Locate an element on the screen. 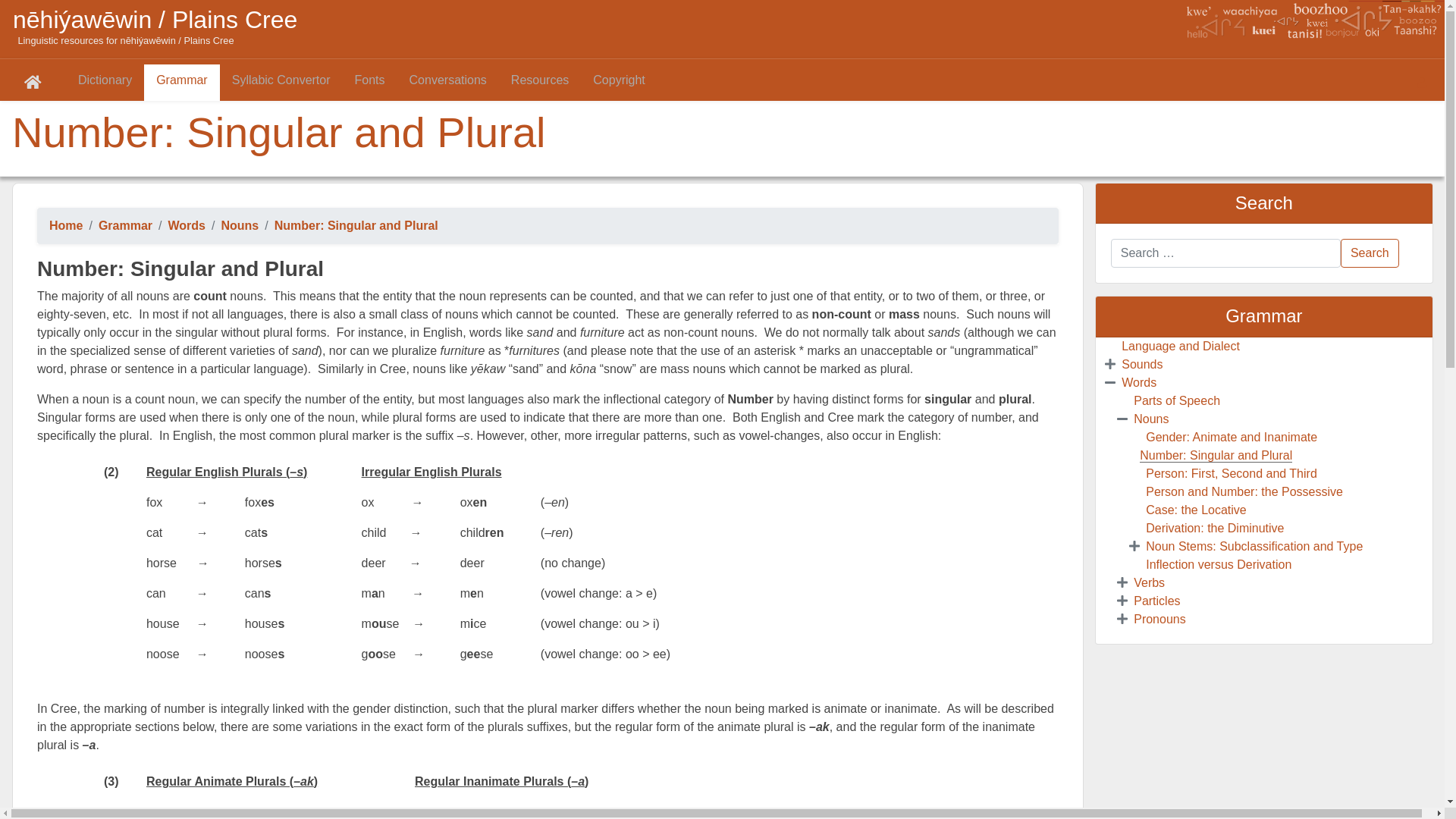 The width and height of the screenshot is (1456, 819). 'Person and Number: the Possessive' is located at coordinates (1244, 491).